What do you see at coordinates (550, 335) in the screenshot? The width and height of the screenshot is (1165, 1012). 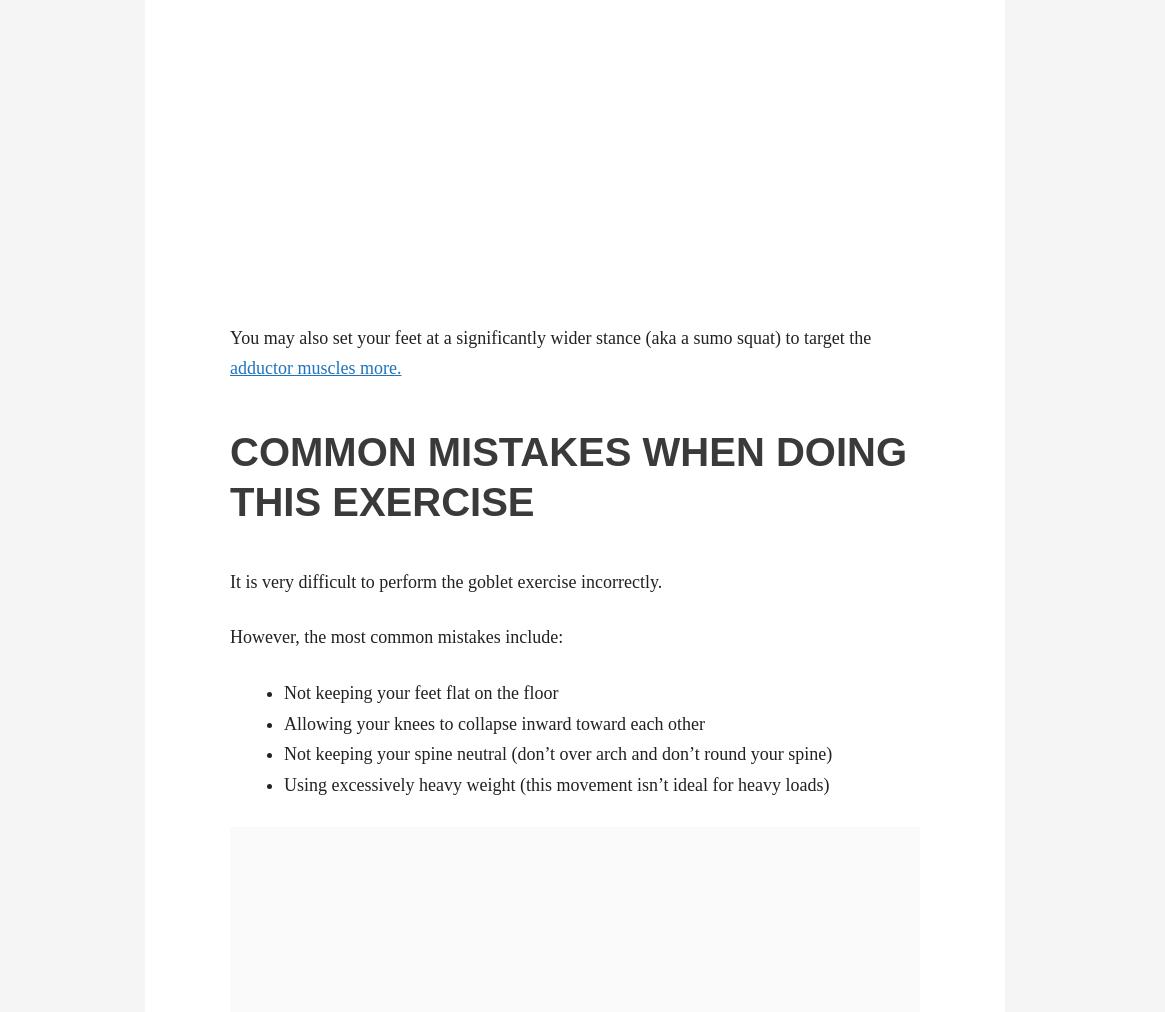 I see `'You may also set your feet at a significantly wider stance (aka a sumo squat) to target the'` at bounding box center [550, 335].